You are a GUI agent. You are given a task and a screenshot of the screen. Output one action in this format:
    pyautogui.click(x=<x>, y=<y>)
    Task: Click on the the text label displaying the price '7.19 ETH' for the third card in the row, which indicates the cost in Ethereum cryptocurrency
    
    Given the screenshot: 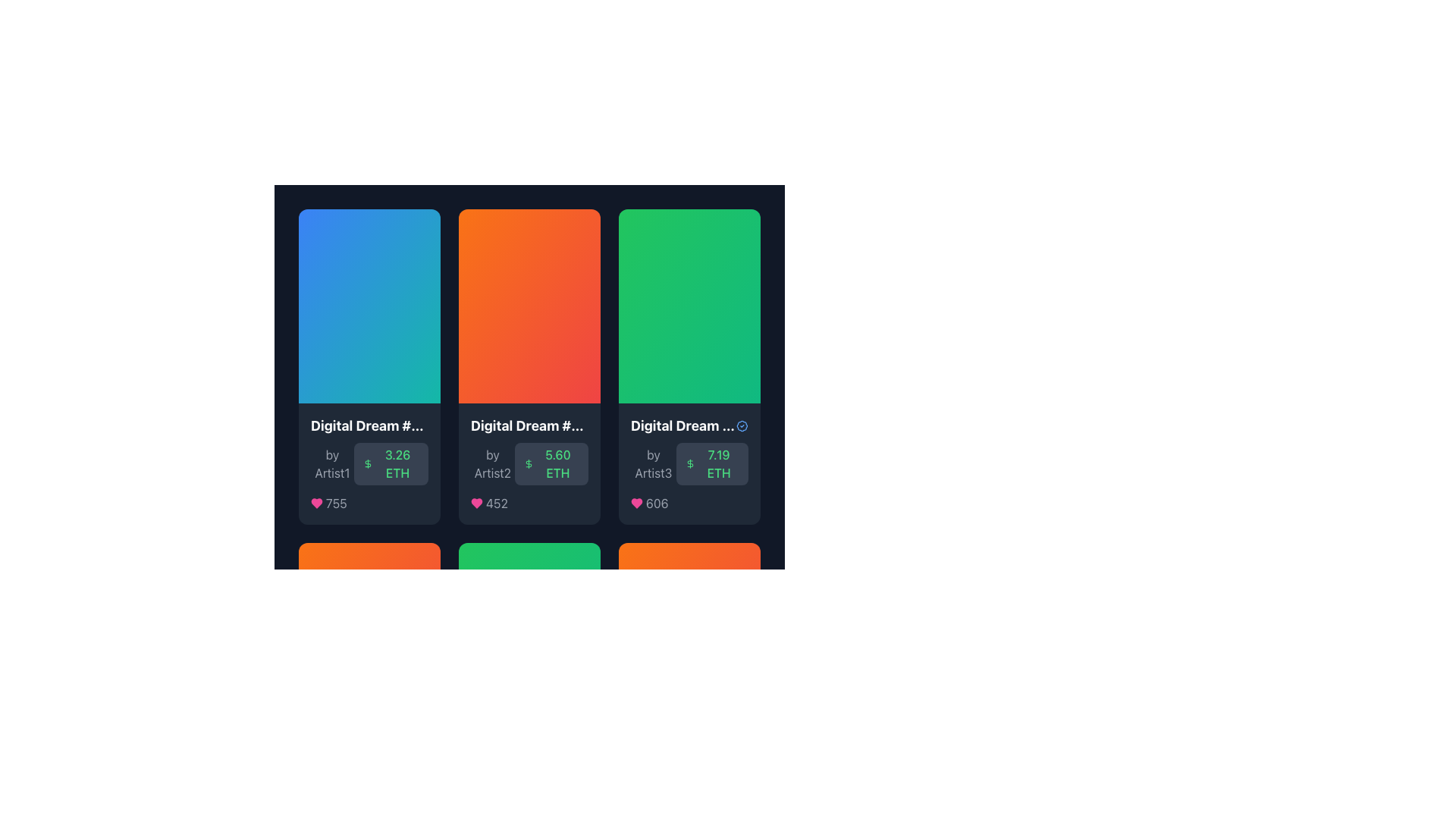 What is the action you would take?
    pyautogui.click(x=718, y=463)
    